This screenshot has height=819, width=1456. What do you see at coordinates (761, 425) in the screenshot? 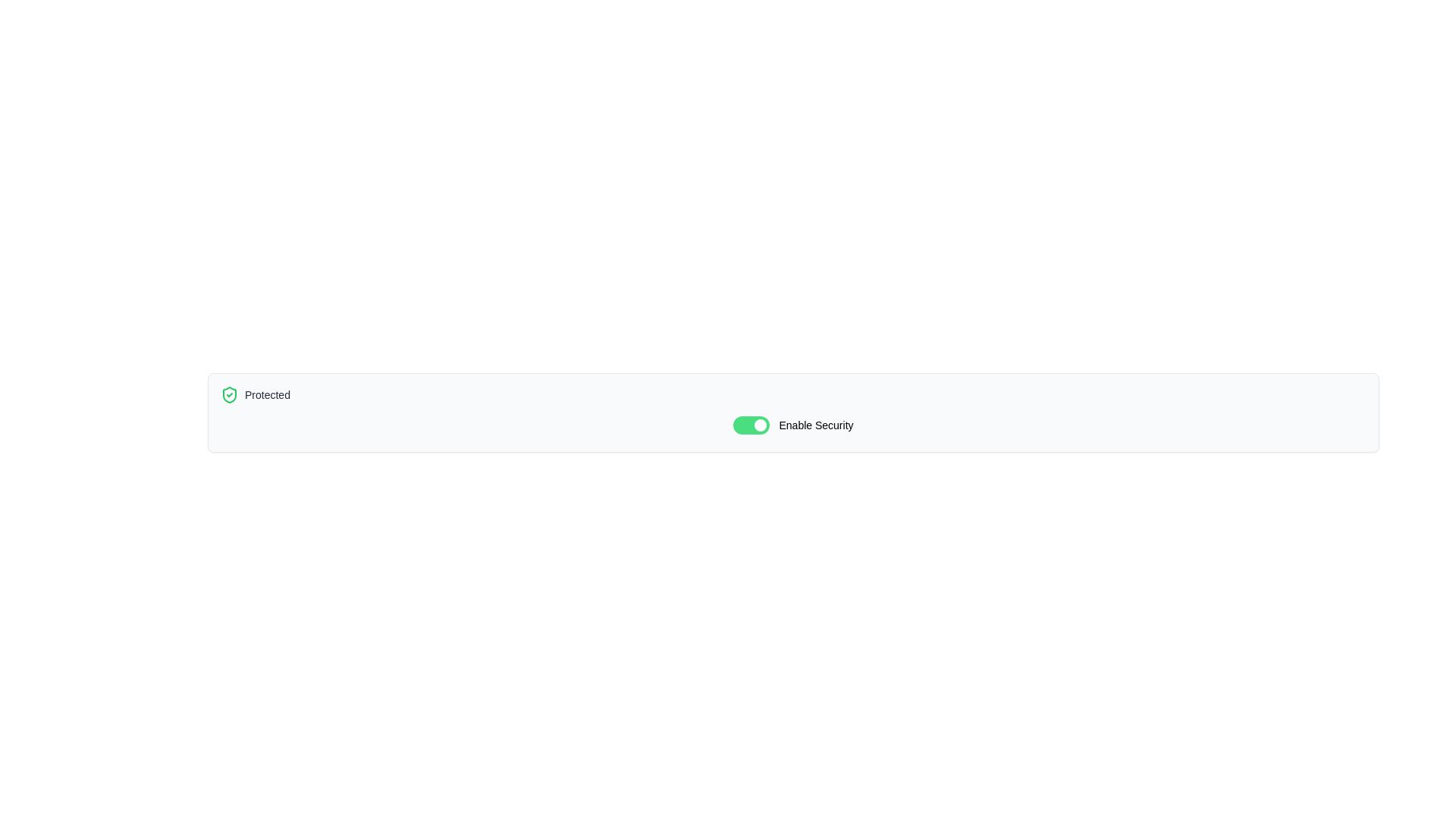
I see `the switch handle located at the right edge of the 'Enable Security' toggle switch from its current position` at bounding box center [761, 425].